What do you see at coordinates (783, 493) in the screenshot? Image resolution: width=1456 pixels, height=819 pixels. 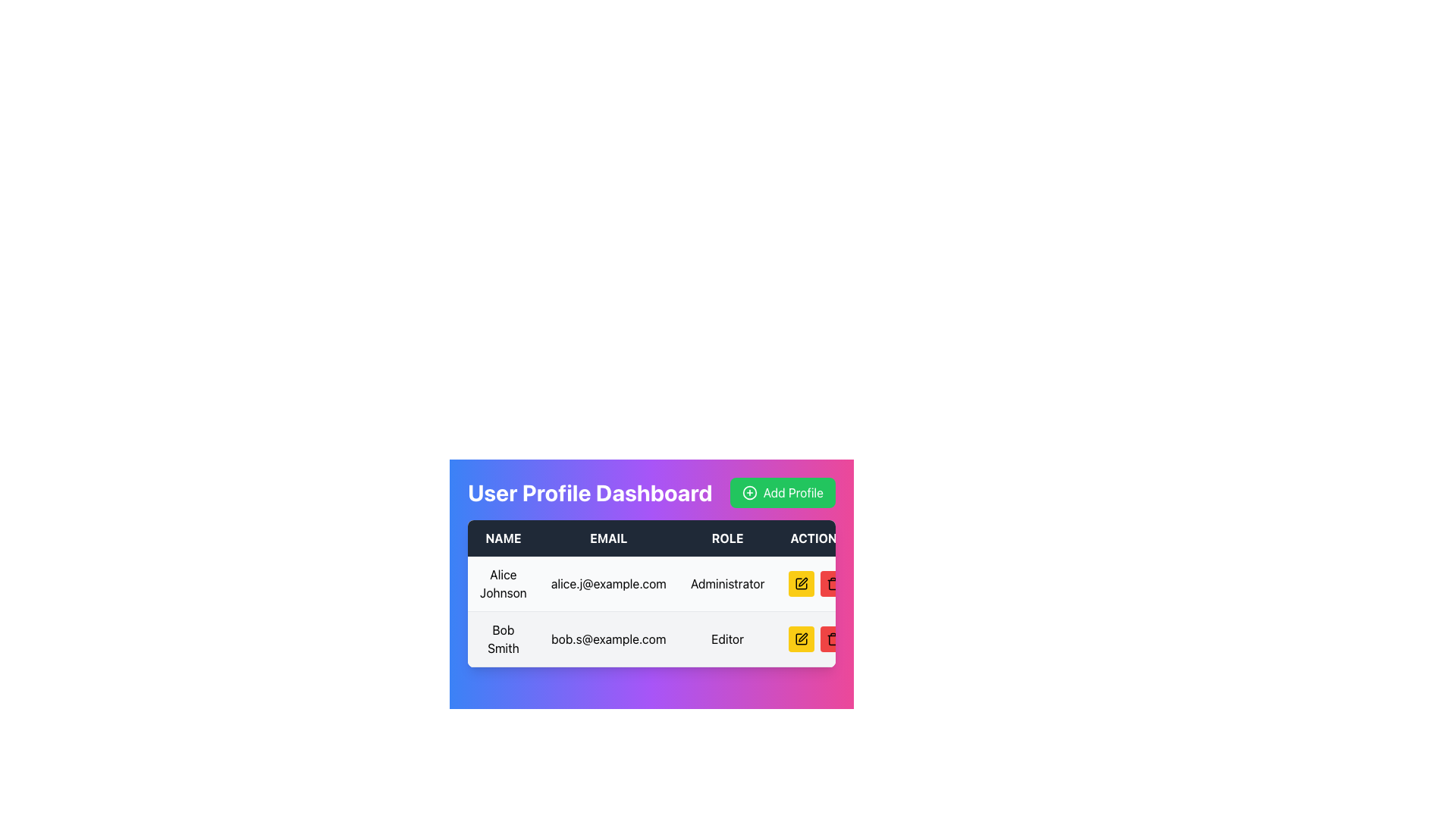 I see `the 'Add Profile' button located in the top-right corner of the 'User Profile Dashboard' header` at bounding box center [783, 493].